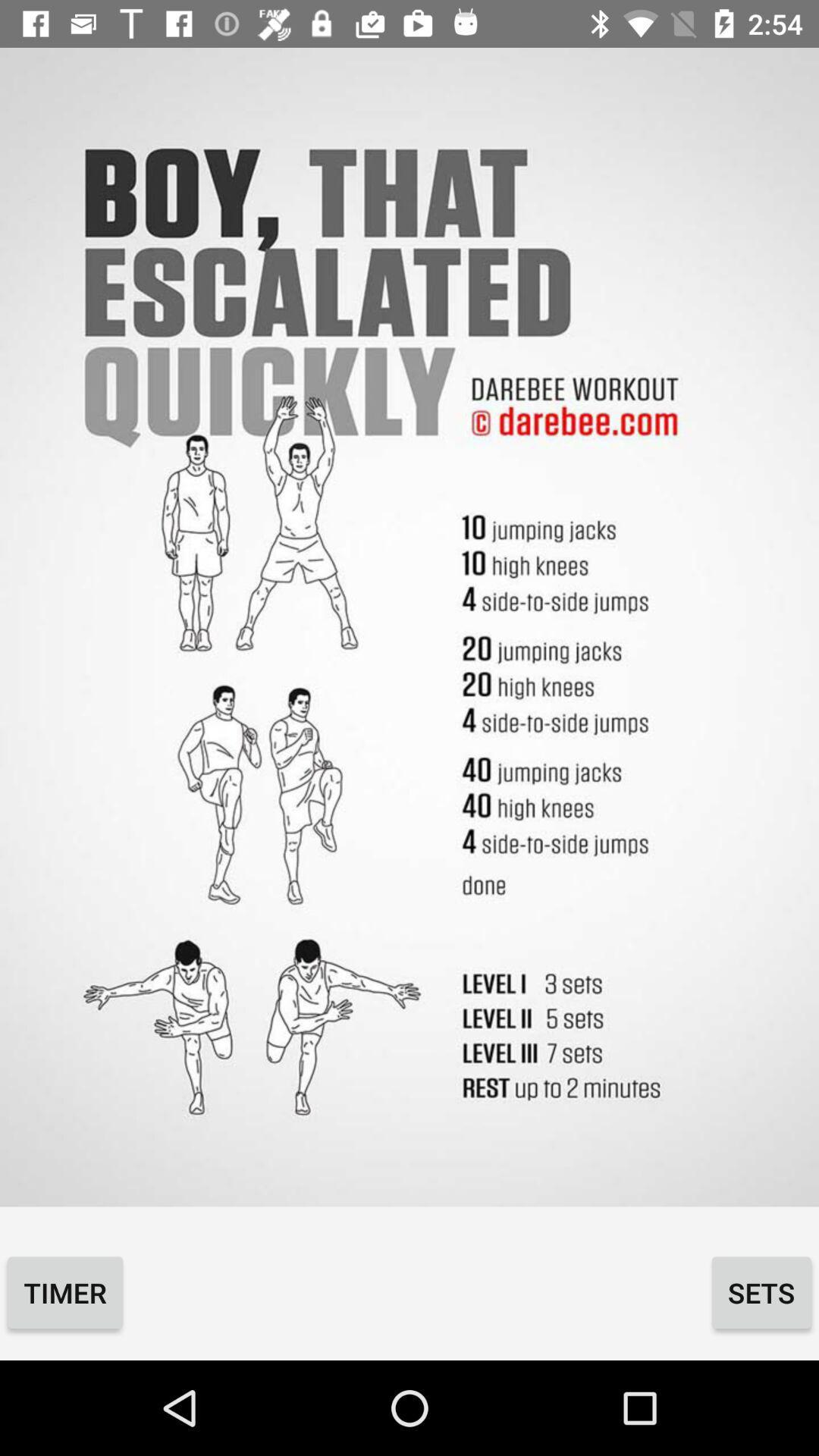 This screenshot has width=819, height=1456. Describe the element at coordinates (64, 1291) in the screenshot. I see `item at the bottom left corner` at that location.